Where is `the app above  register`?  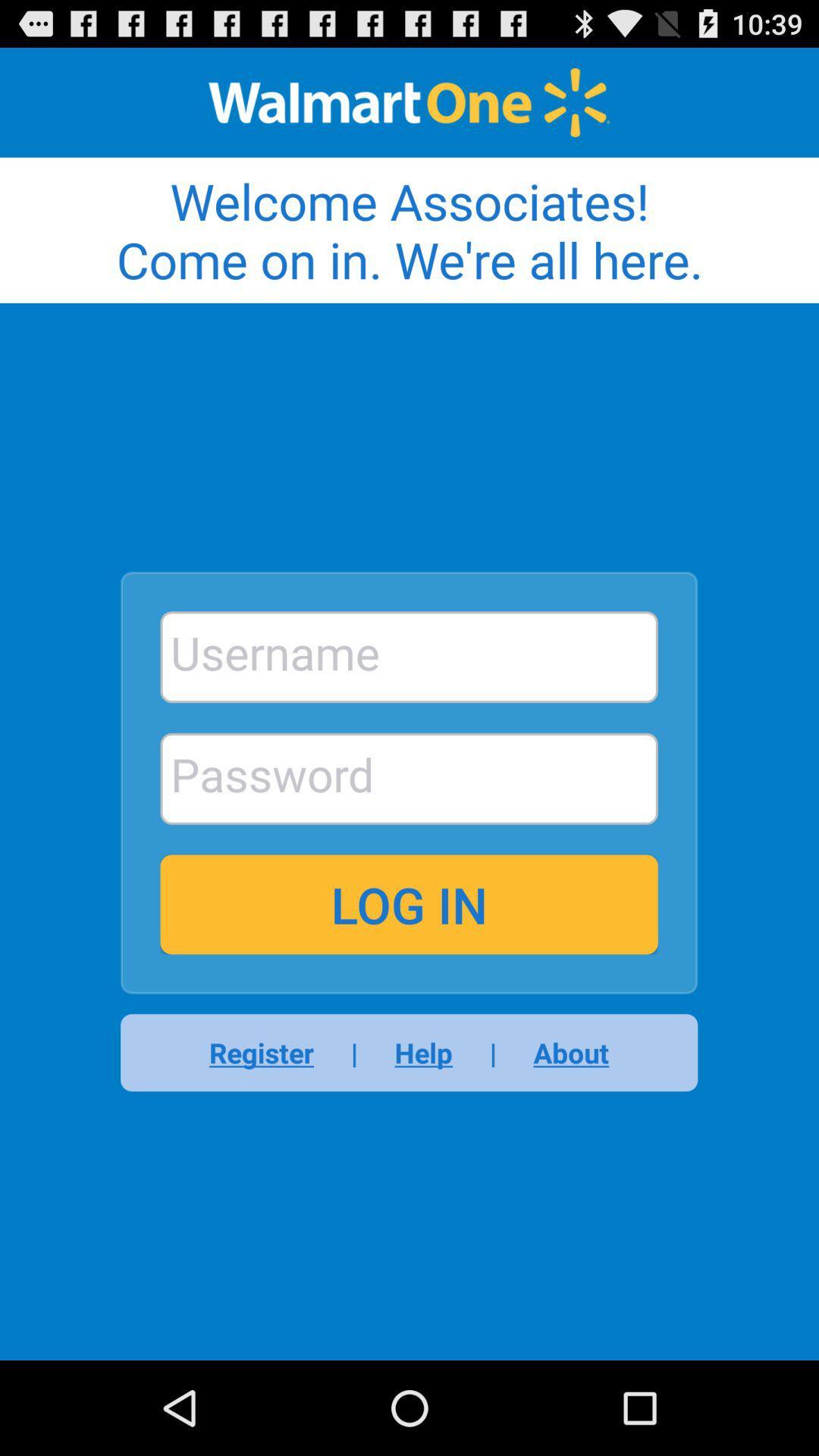
the app above  register is located at coordinates (408, 904).